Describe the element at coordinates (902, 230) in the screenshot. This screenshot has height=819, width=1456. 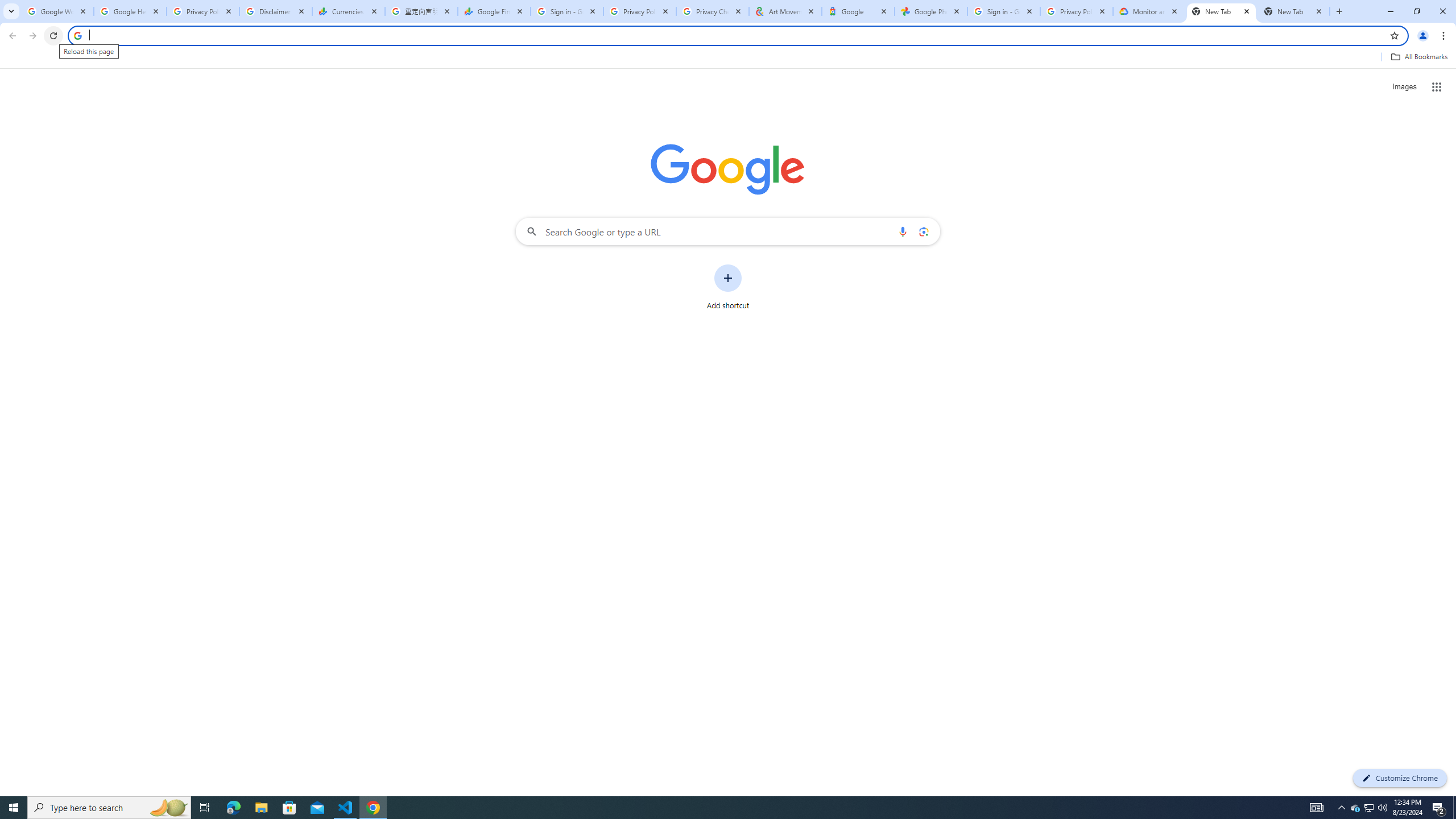
I see `'Search by voice'` at that location.